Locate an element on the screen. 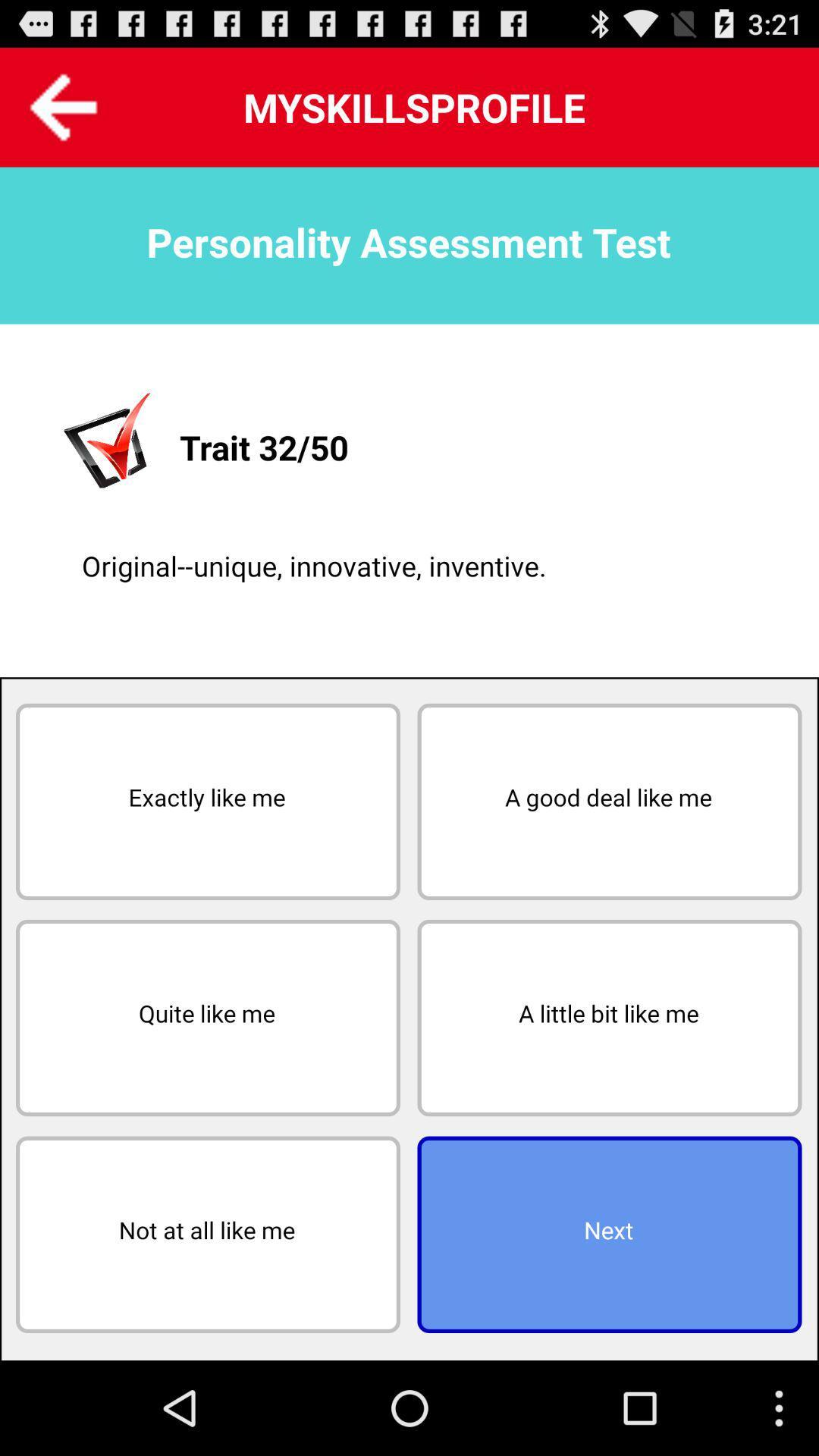 This screenshot has width=819, height=1456. icon below the a little bit icon is located at coordinates (608, 1235).